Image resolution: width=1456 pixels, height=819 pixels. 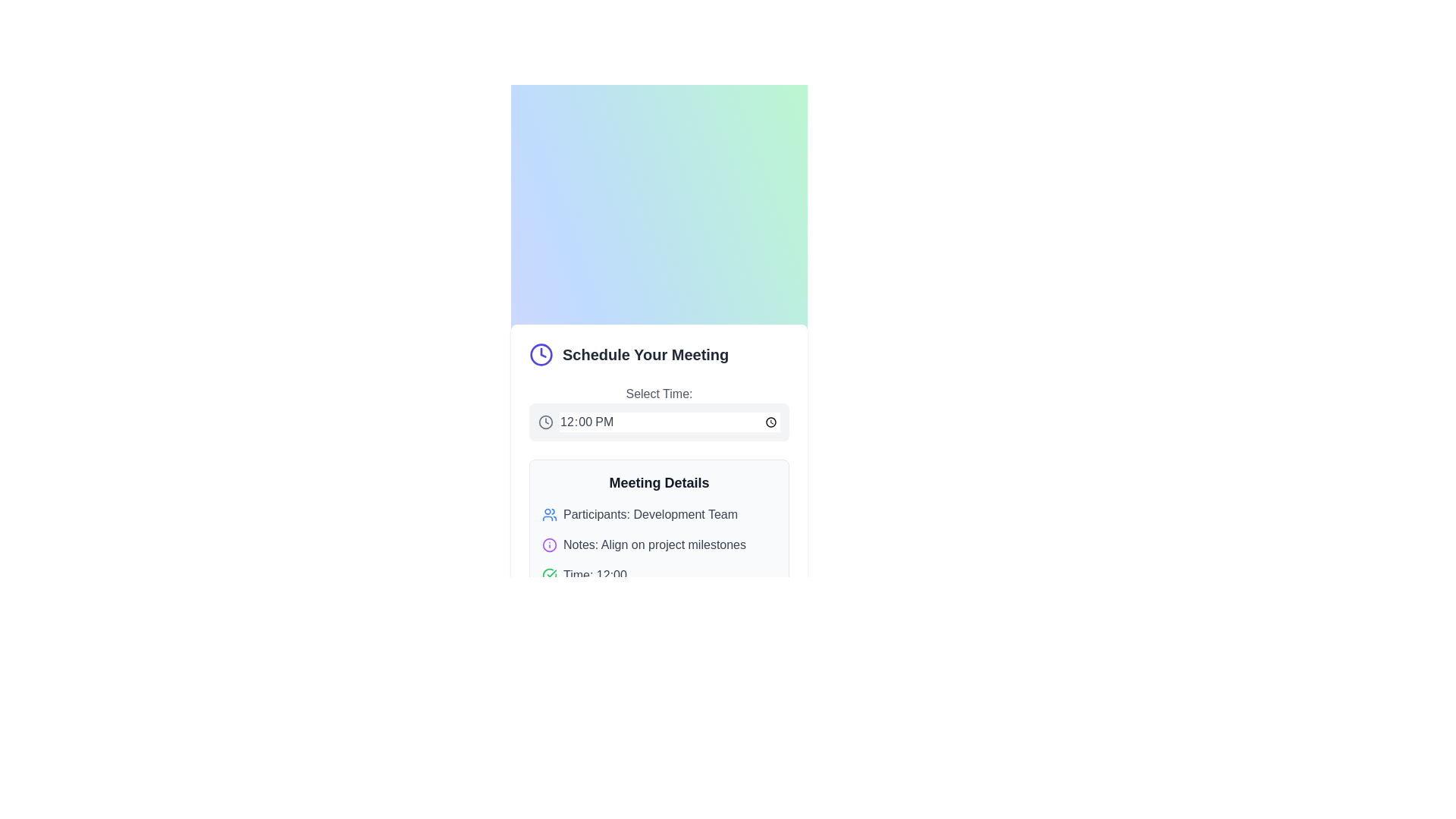 I want to click on the icon representing participants in the 'Meeting Details' section, located next to the label 'Participants: Development Team', so click(x=548, y=513).